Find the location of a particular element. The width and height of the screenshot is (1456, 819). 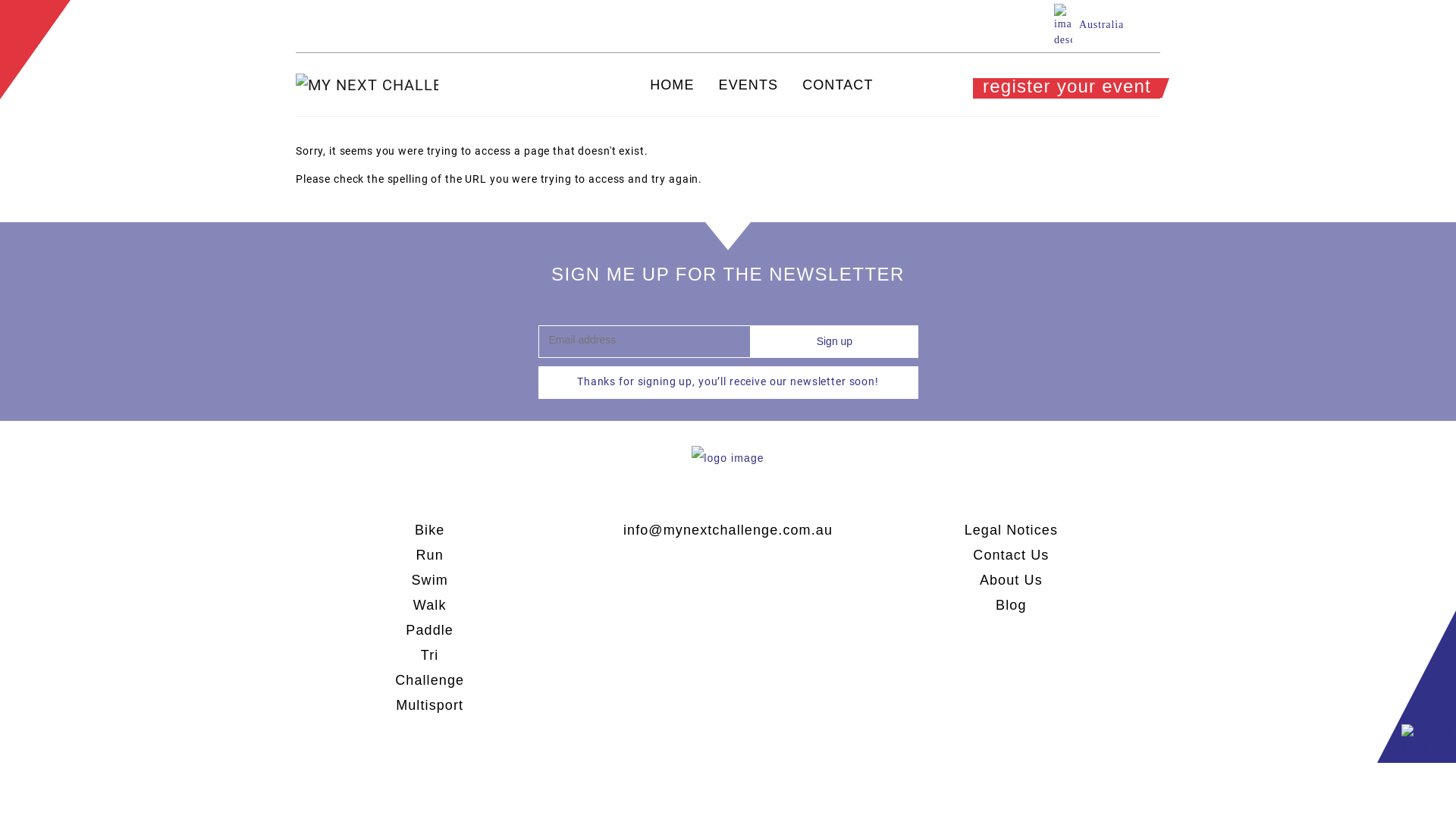

'Walk' is located at coordinates (428, 604).